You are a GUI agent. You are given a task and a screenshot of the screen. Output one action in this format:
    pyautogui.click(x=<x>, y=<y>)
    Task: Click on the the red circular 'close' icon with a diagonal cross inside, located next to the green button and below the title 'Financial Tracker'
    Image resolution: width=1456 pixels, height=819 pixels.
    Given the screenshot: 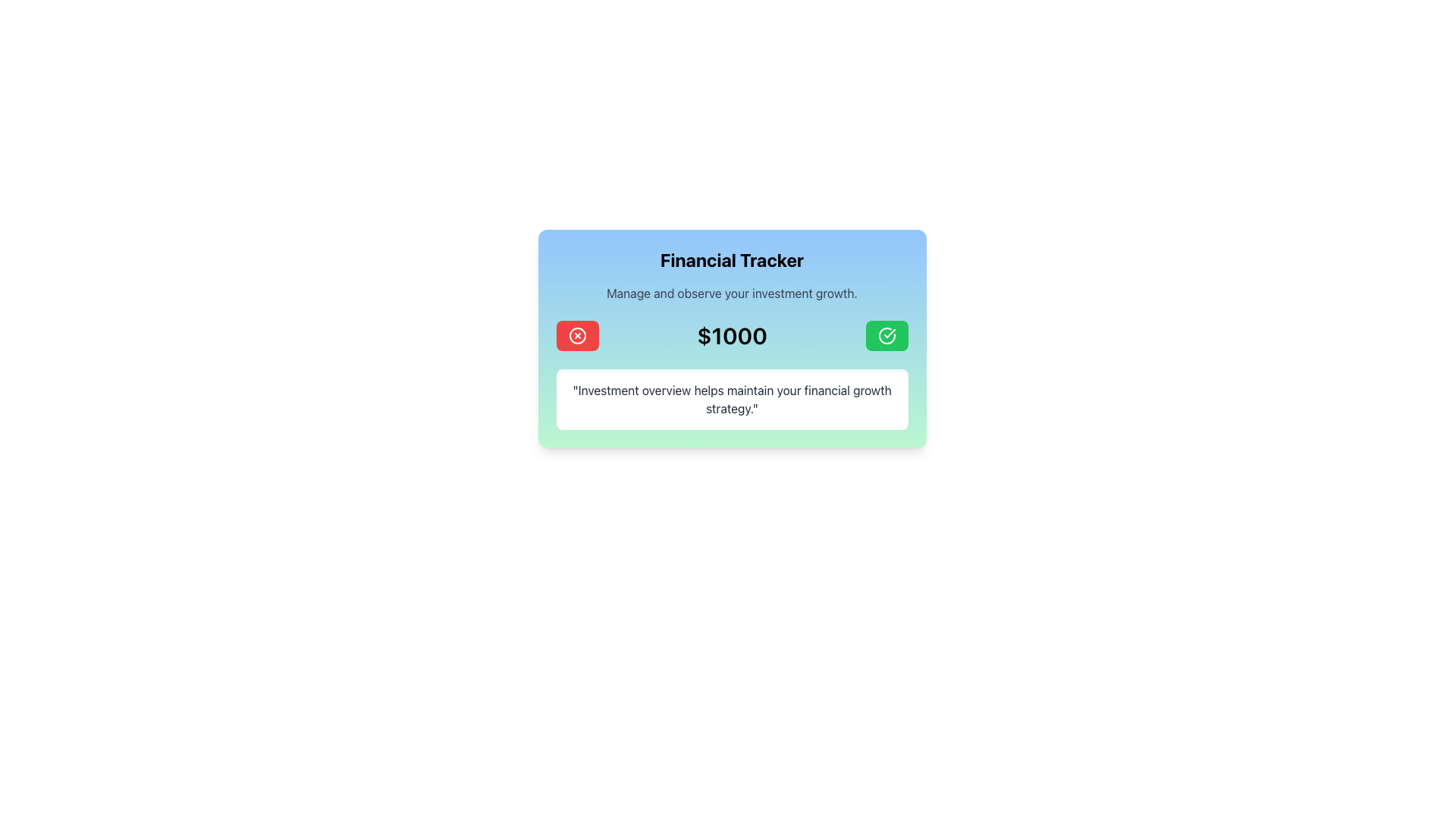 What is the action you would take?
    pyautogui.click(x=576, y=335)
    